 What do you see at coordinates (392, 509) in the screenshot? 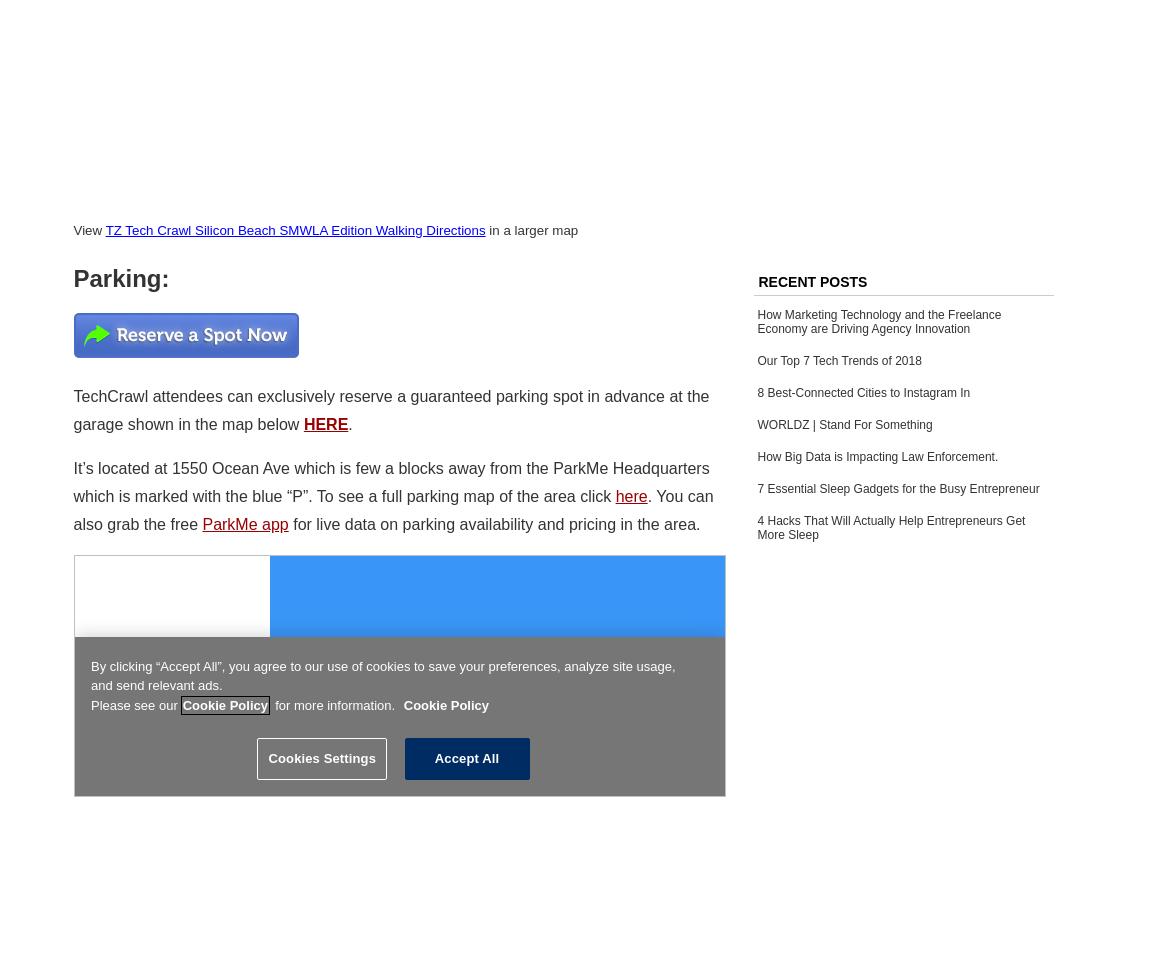
I see `'. You can also grab the free'` at bounding box center [392, 509].